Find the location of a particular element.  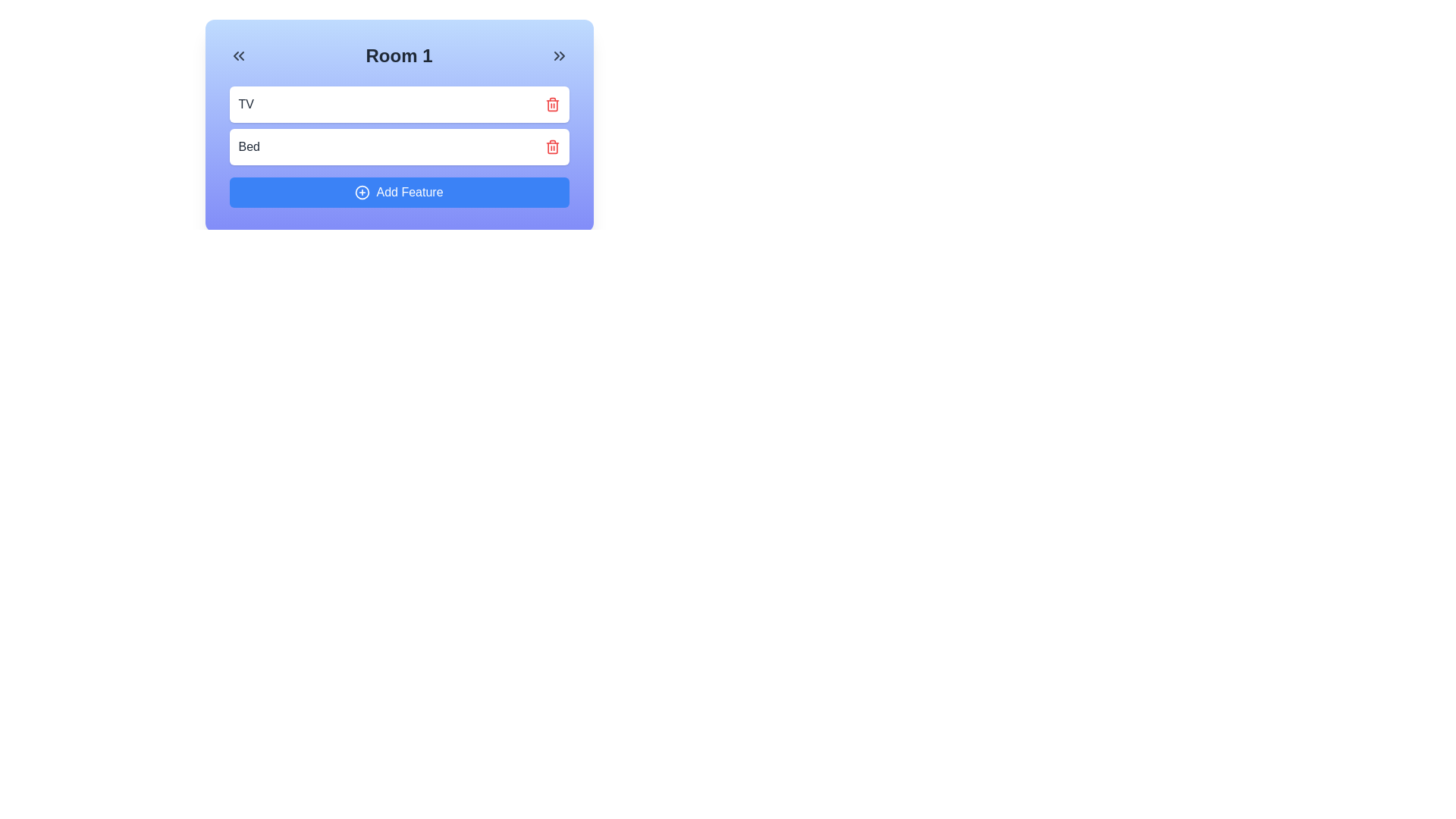

the assistive tool is located at coordinates (362, 192).